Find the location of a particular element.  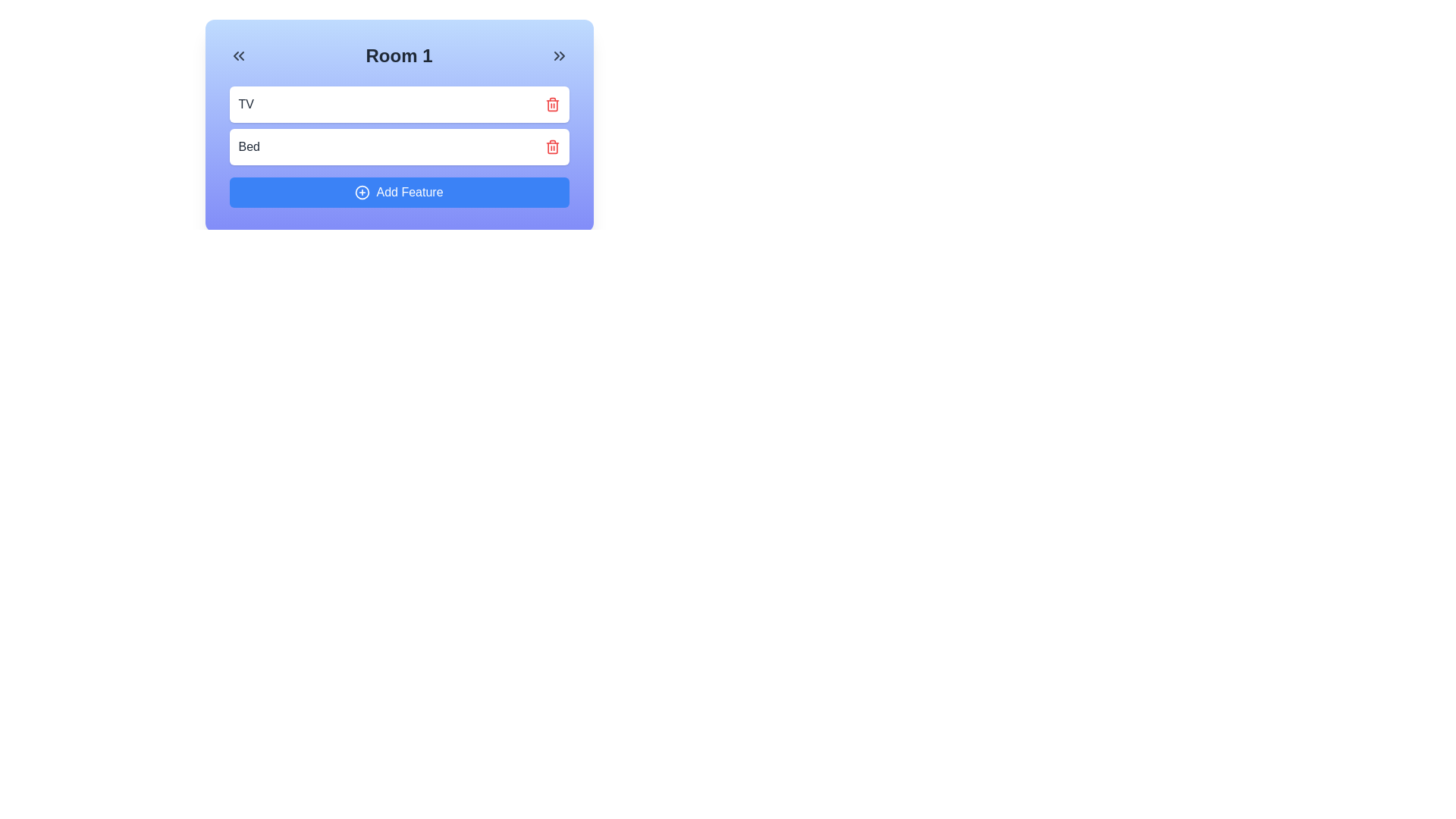

the assistive tool is located at coordinates (362, 192).